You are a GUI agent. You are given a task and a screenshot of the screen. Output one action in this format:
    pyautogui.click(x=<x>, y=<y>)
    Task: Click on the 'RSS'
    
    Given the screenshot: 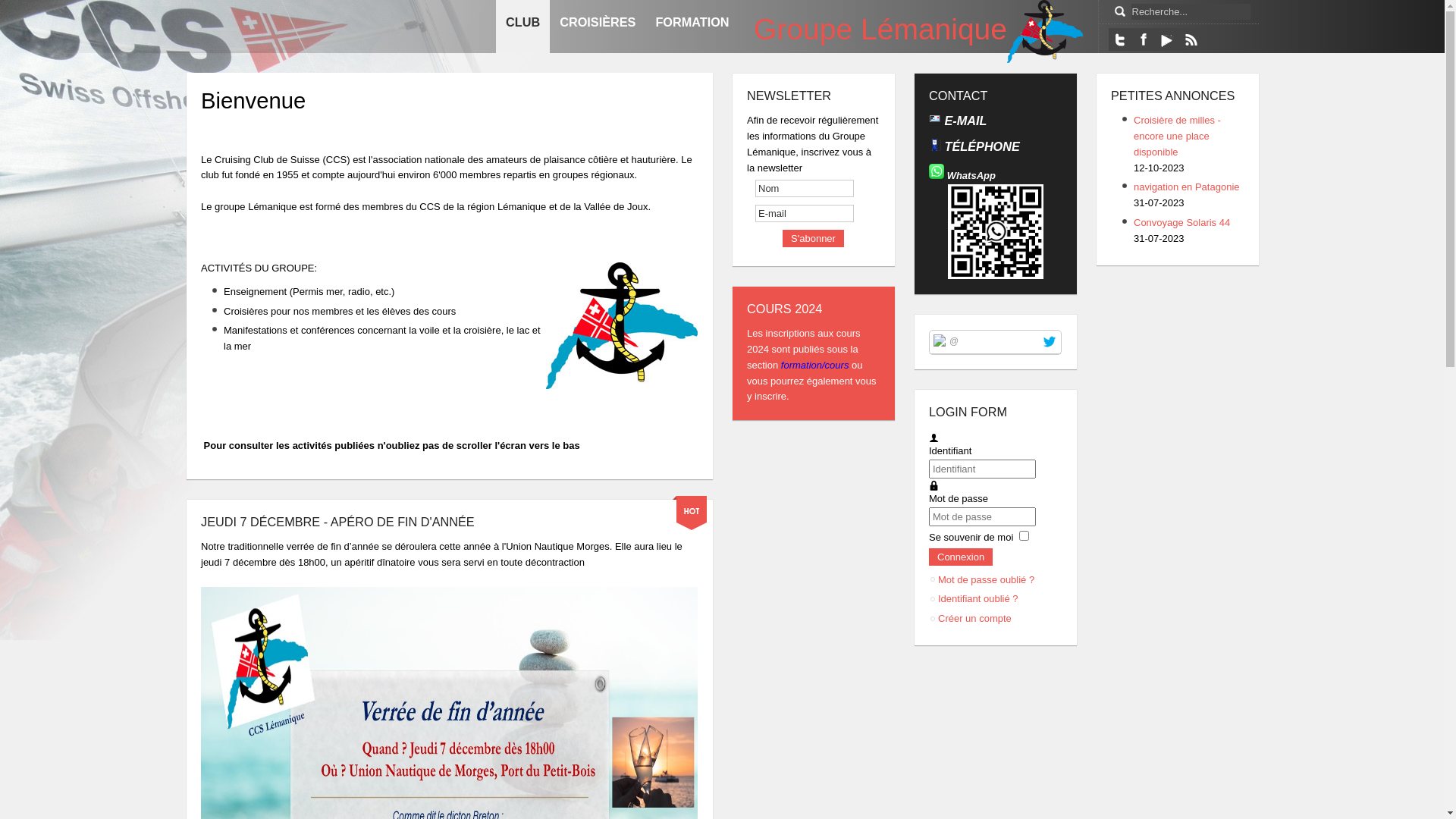 What is the action you would take?
    pyautogui.click(x=1189, y=38)
    